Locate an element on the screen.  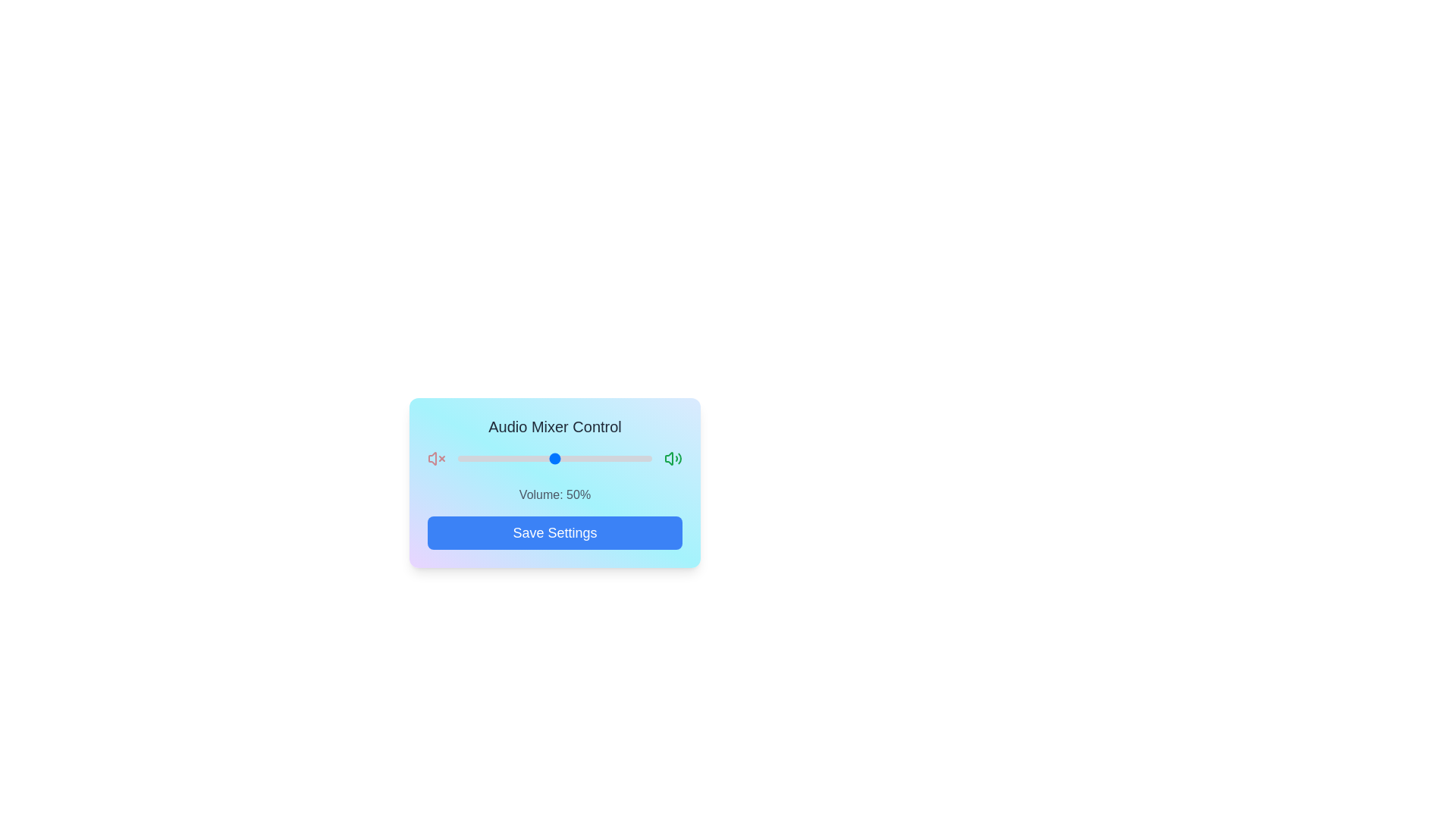
the volume slider to set the volume to 2% is located at coordinates (461, 458).